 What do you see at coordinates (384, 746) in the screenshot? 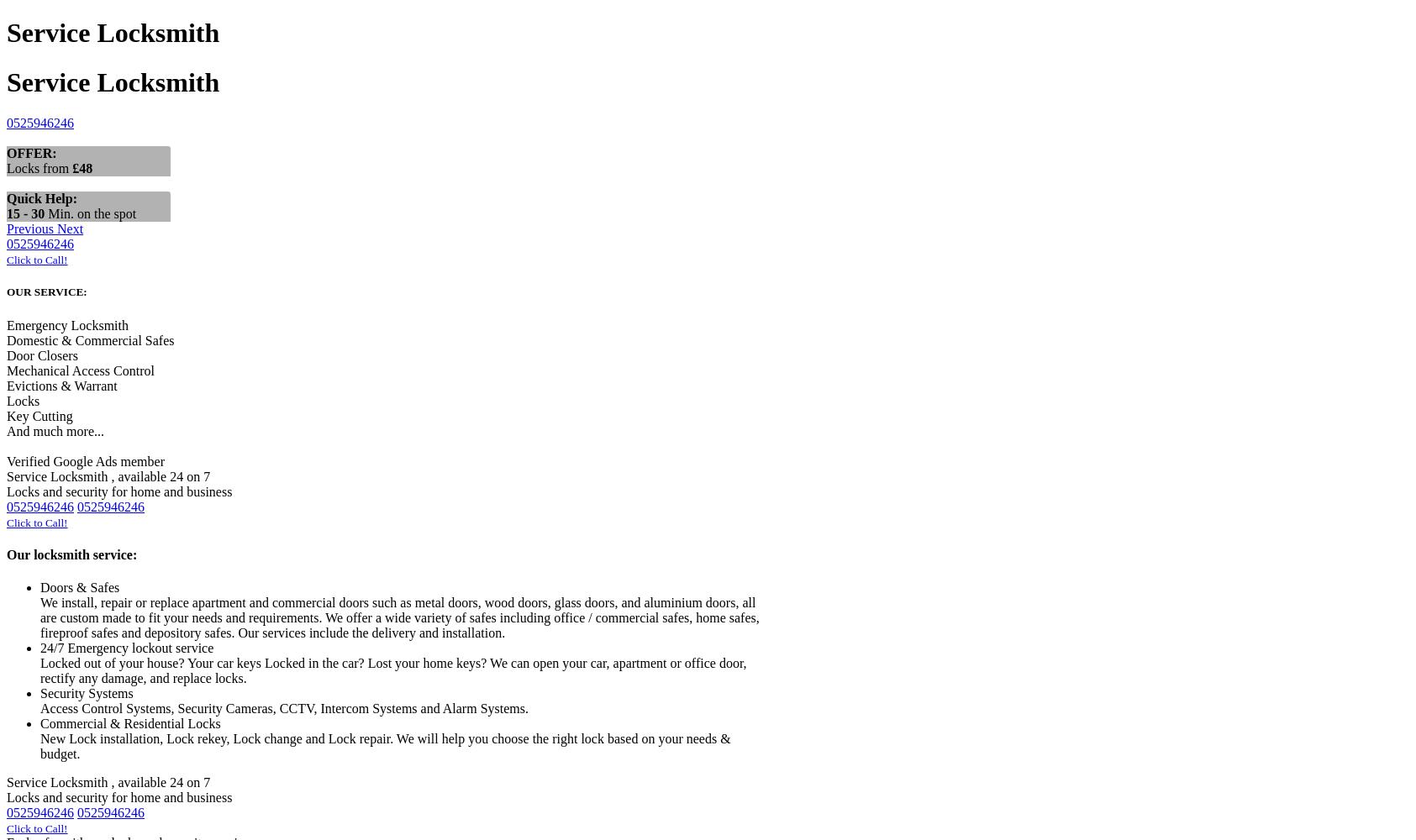
I see `'New Lock installation, Lock rekey, Lock change and Lock repair. We will help you choose the right lock based on your needs & budget.'` at bounding box center [384, 746].